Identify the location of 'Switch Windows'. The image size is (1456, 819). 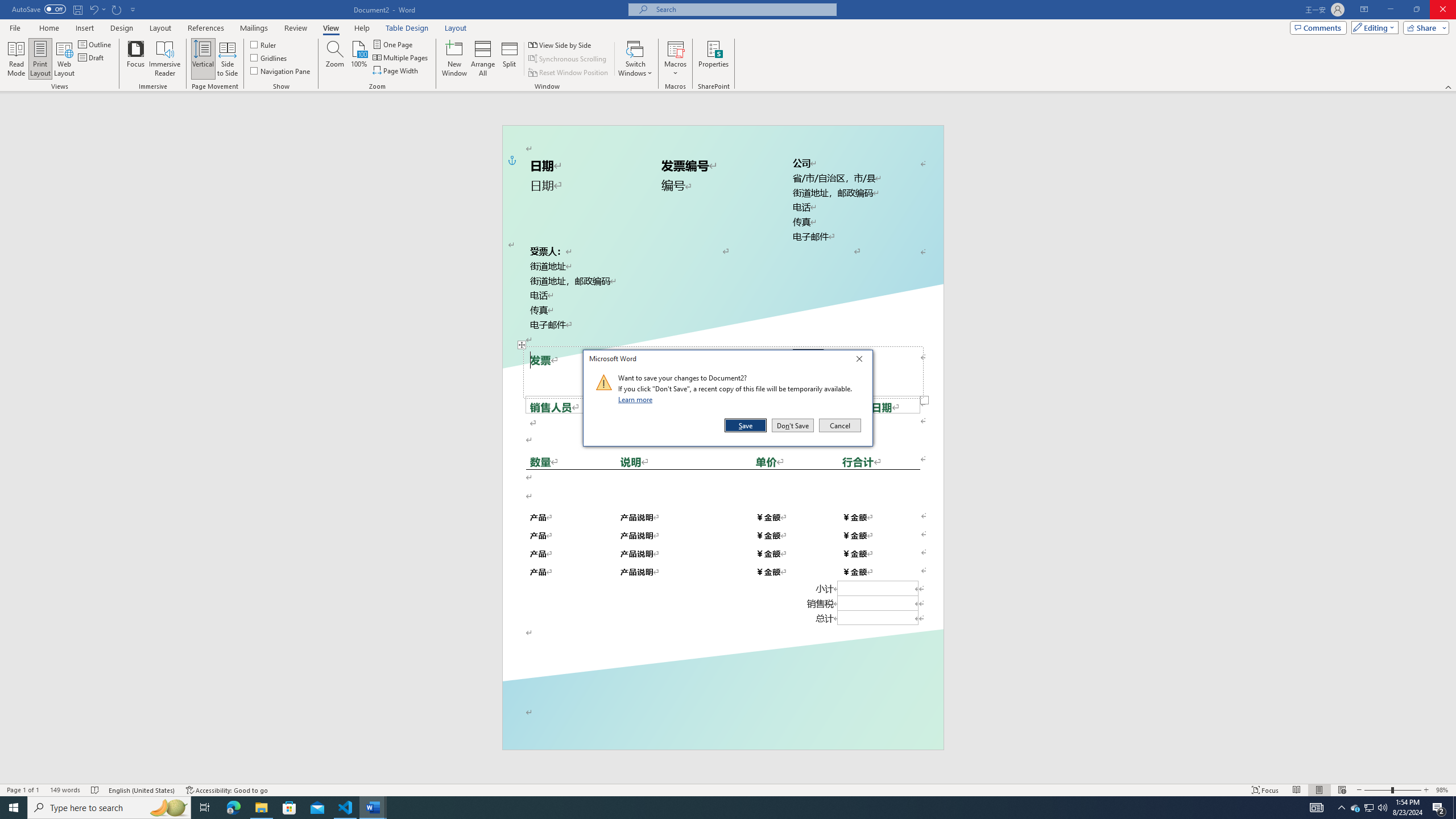
(635, 59).